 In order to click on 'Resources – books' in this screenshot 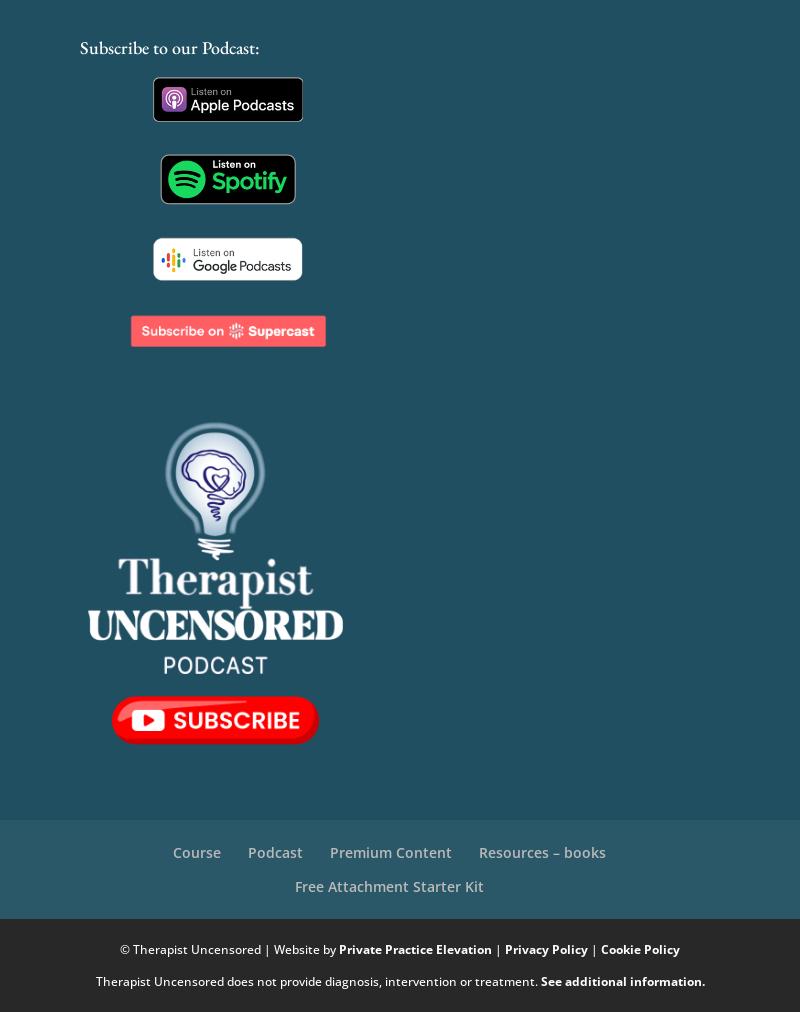, I will do `click(541, 850)`.